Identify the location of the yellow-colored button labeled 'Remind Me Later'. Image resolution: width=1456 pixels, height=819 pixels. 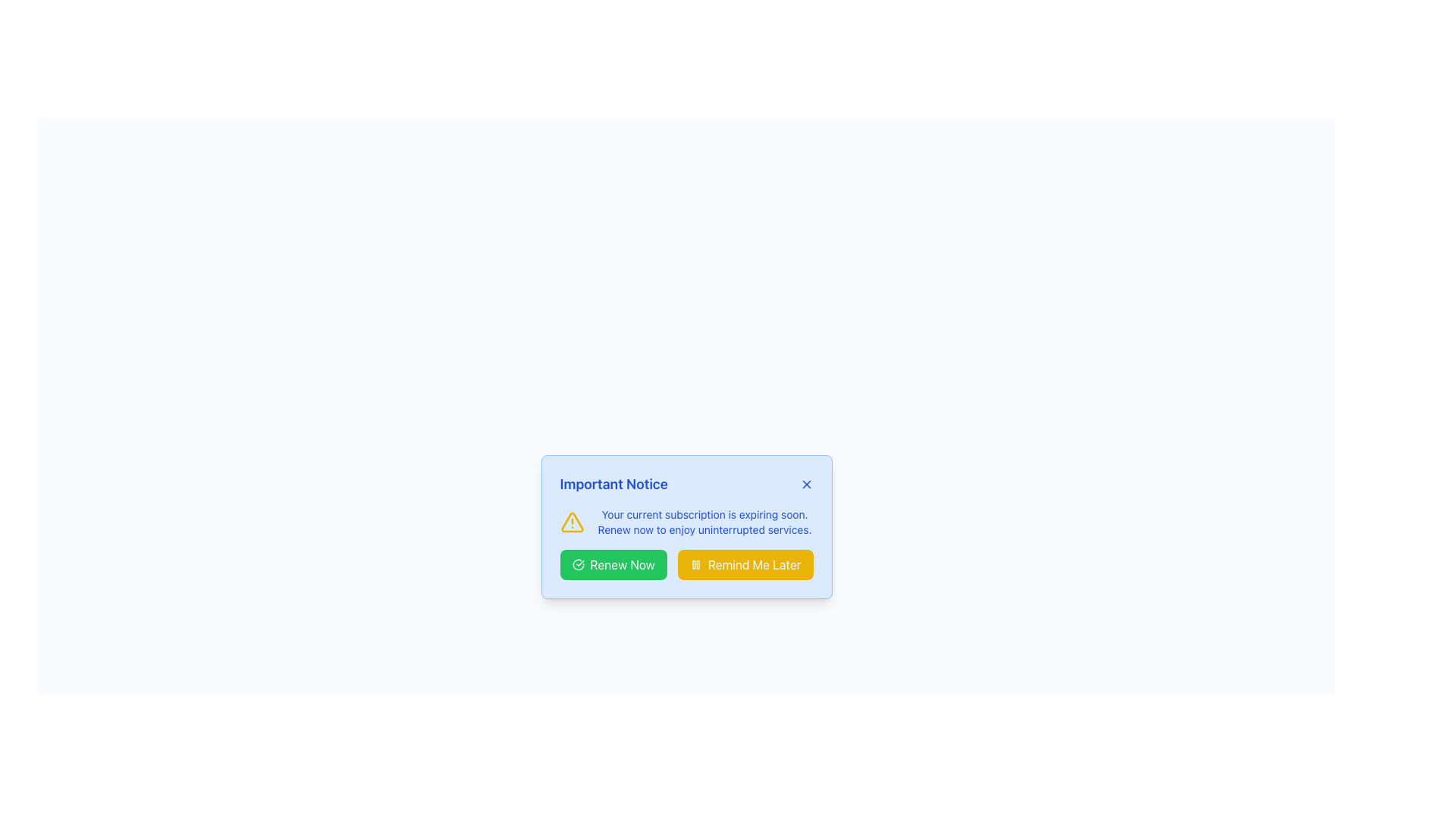
(745, 564).